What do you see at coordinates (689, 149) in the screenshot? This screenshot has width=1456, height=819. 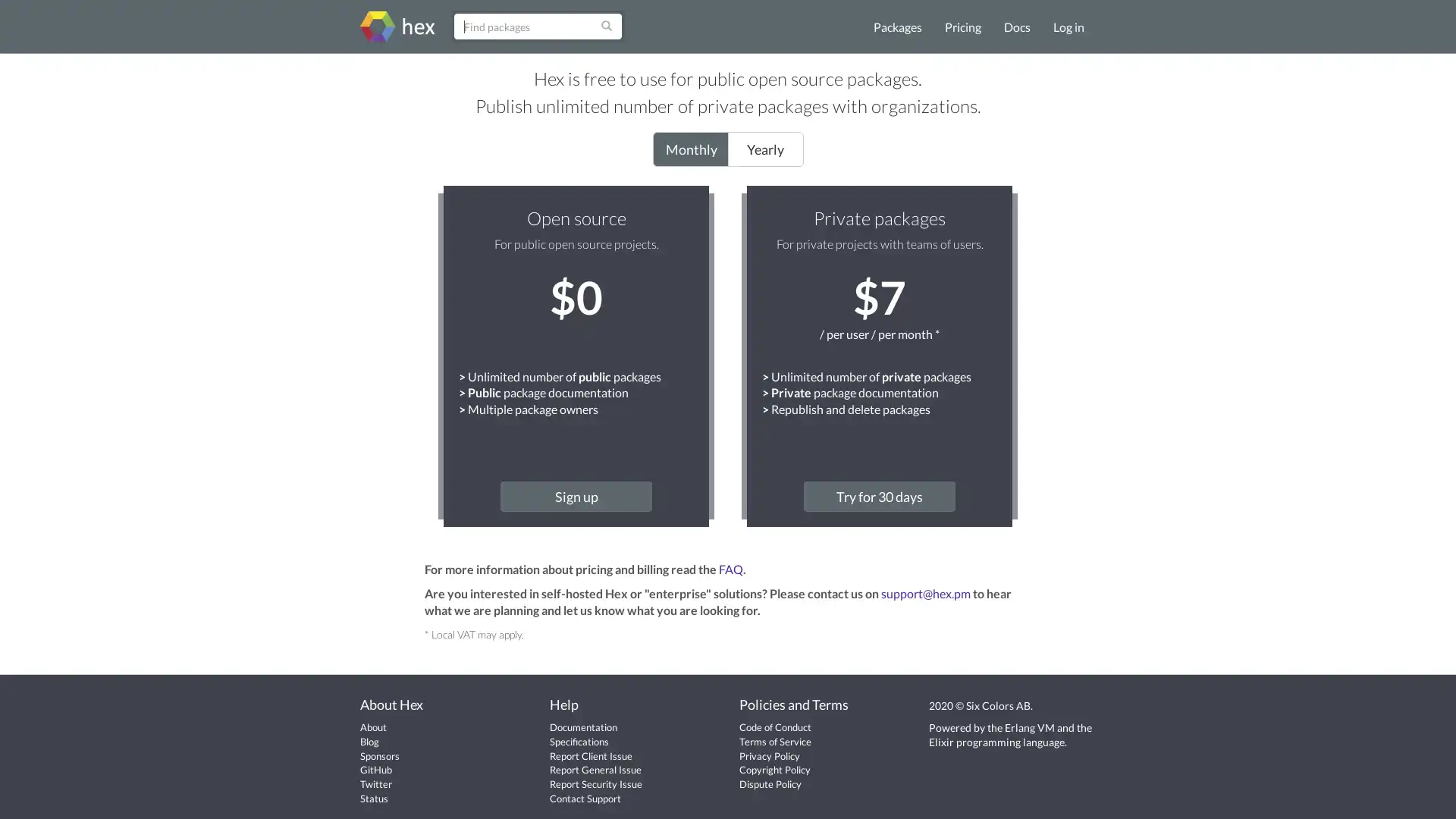 I see `Monthly` at bounding box center [689, 149].